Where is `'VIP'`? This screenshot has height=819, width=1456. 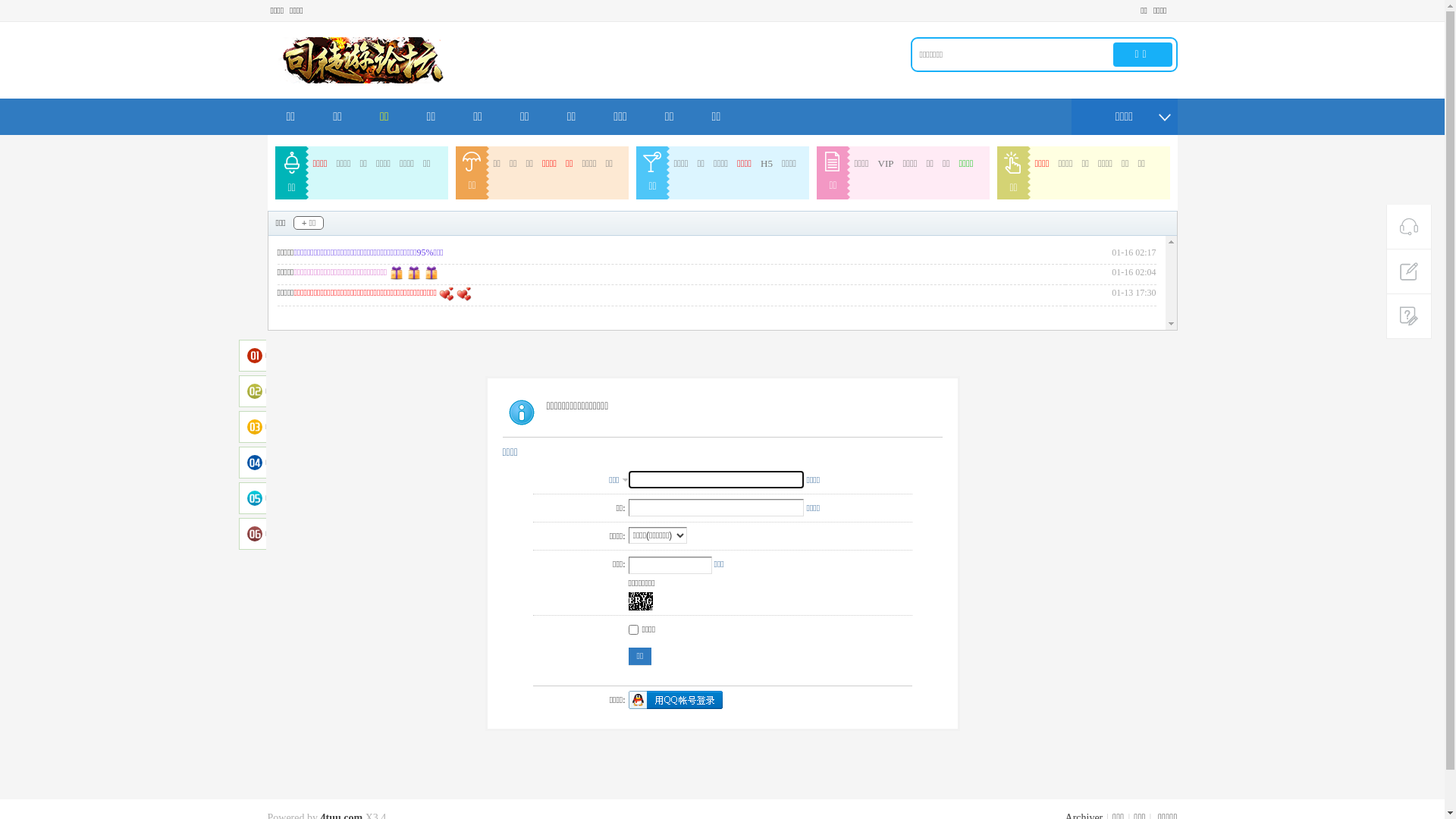 'VIP' is located at coordinates (886, 163).